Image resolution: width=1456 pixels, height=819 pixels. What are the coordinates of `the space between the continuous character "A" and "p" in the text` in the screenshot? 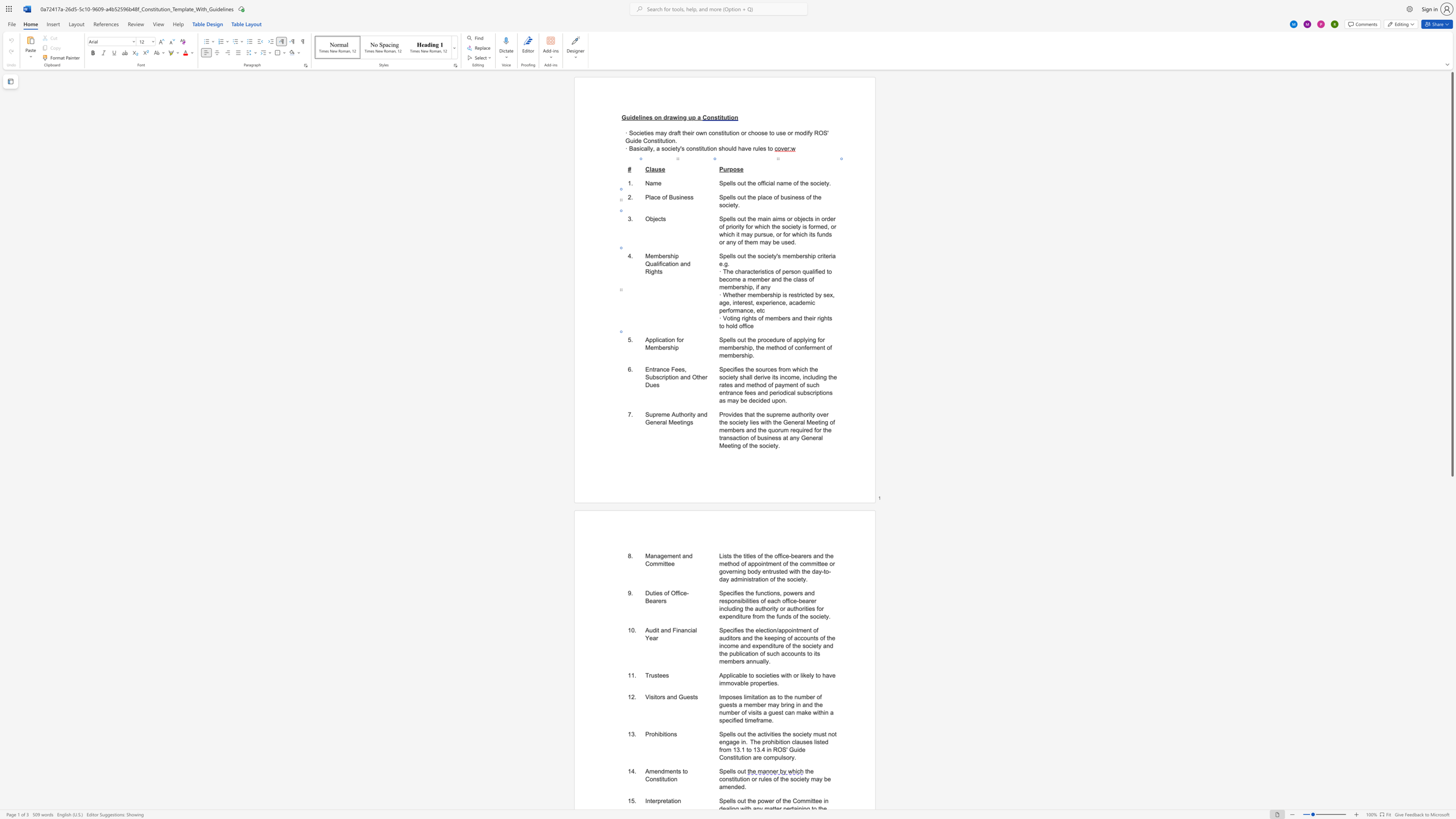 It's located at (649, 339).